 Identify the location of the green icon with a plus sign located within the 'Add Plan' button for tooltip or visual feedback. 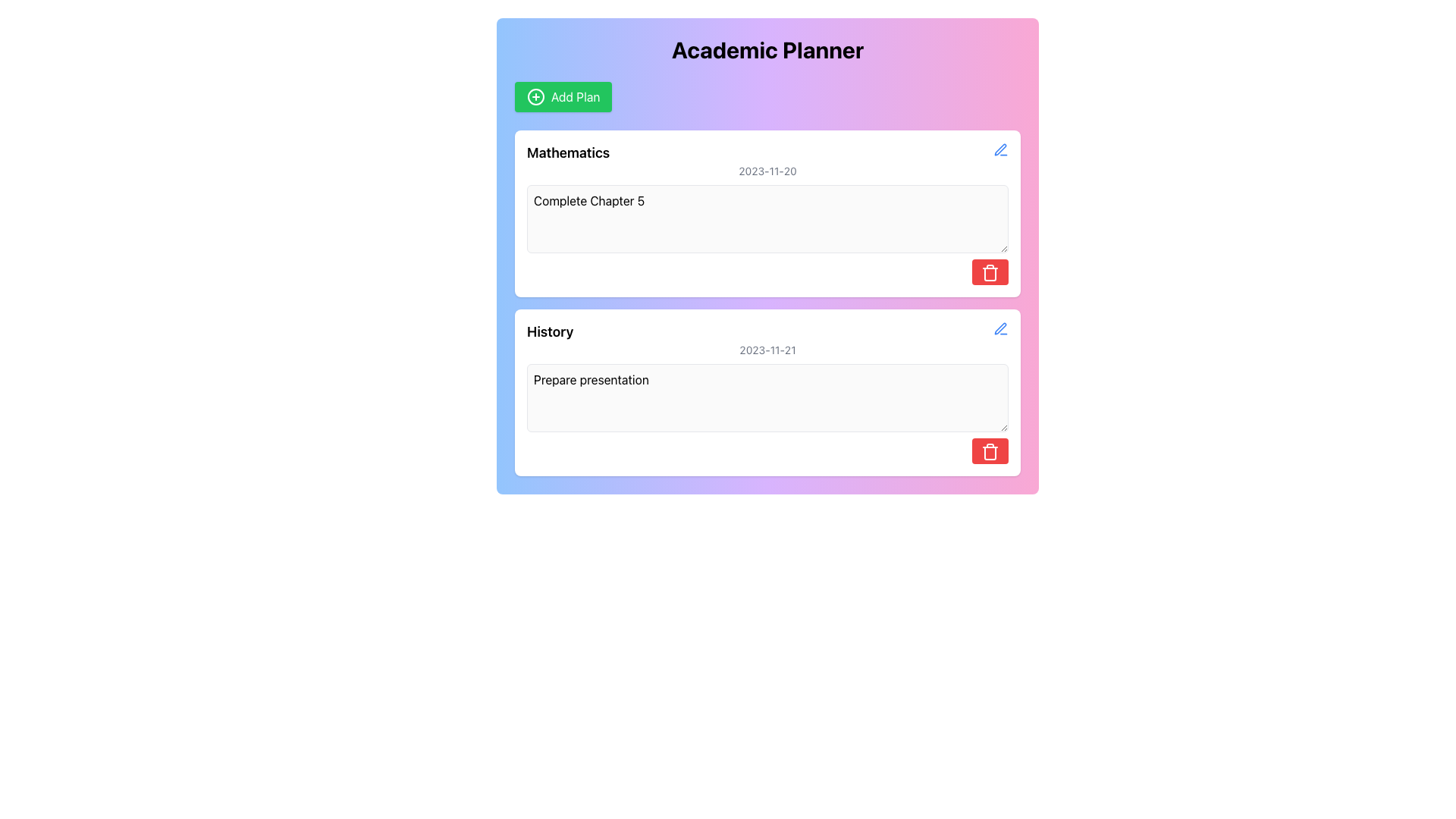
(535, 96).